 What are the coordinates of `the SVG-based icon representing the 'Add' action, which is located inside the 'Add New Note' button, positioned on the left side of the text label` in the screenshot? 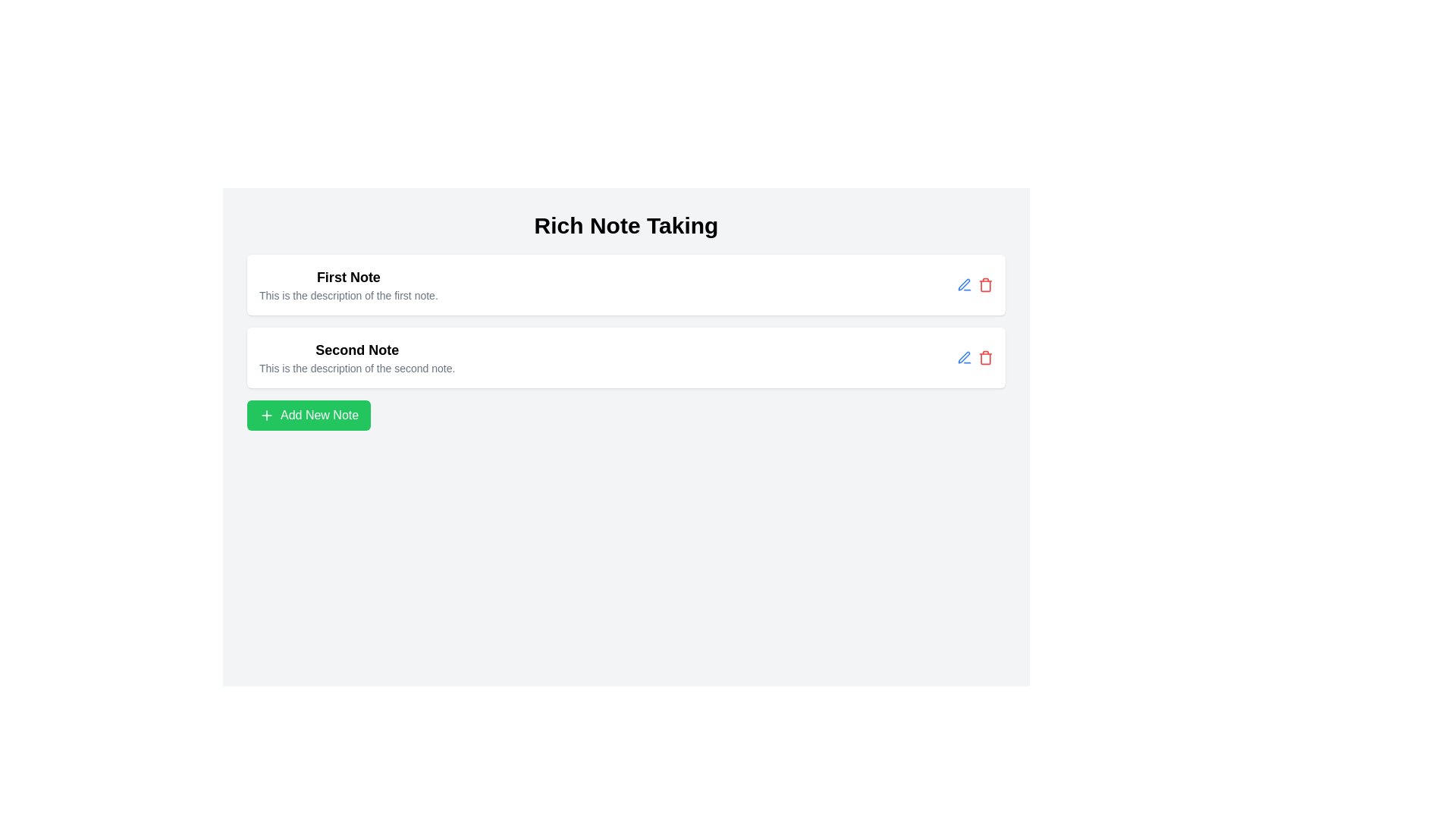 It's located at (266, 415).